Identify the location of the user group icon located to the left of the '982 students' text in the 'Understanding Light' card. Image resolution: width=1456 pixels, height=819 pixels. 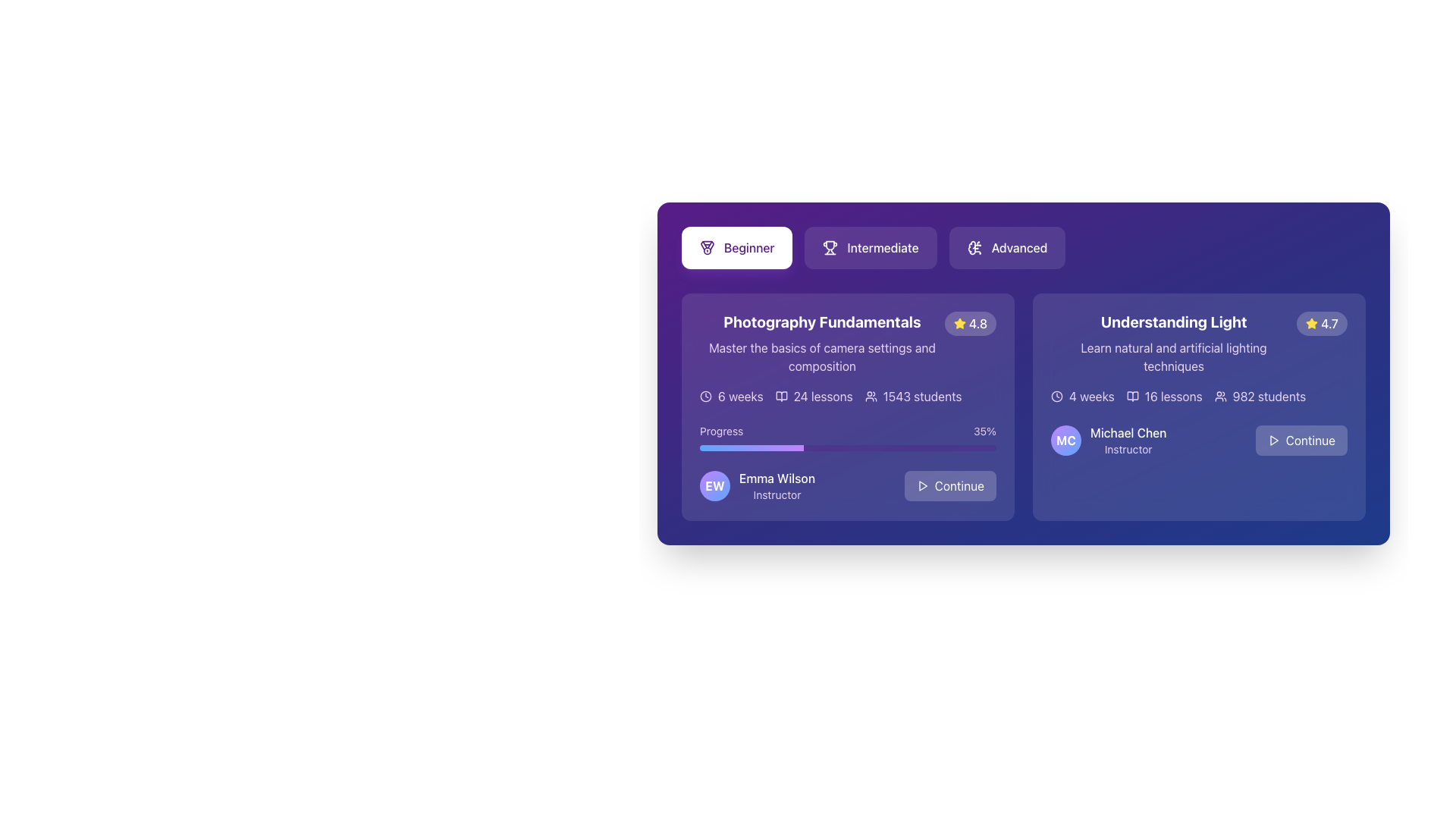
(1220, 396).